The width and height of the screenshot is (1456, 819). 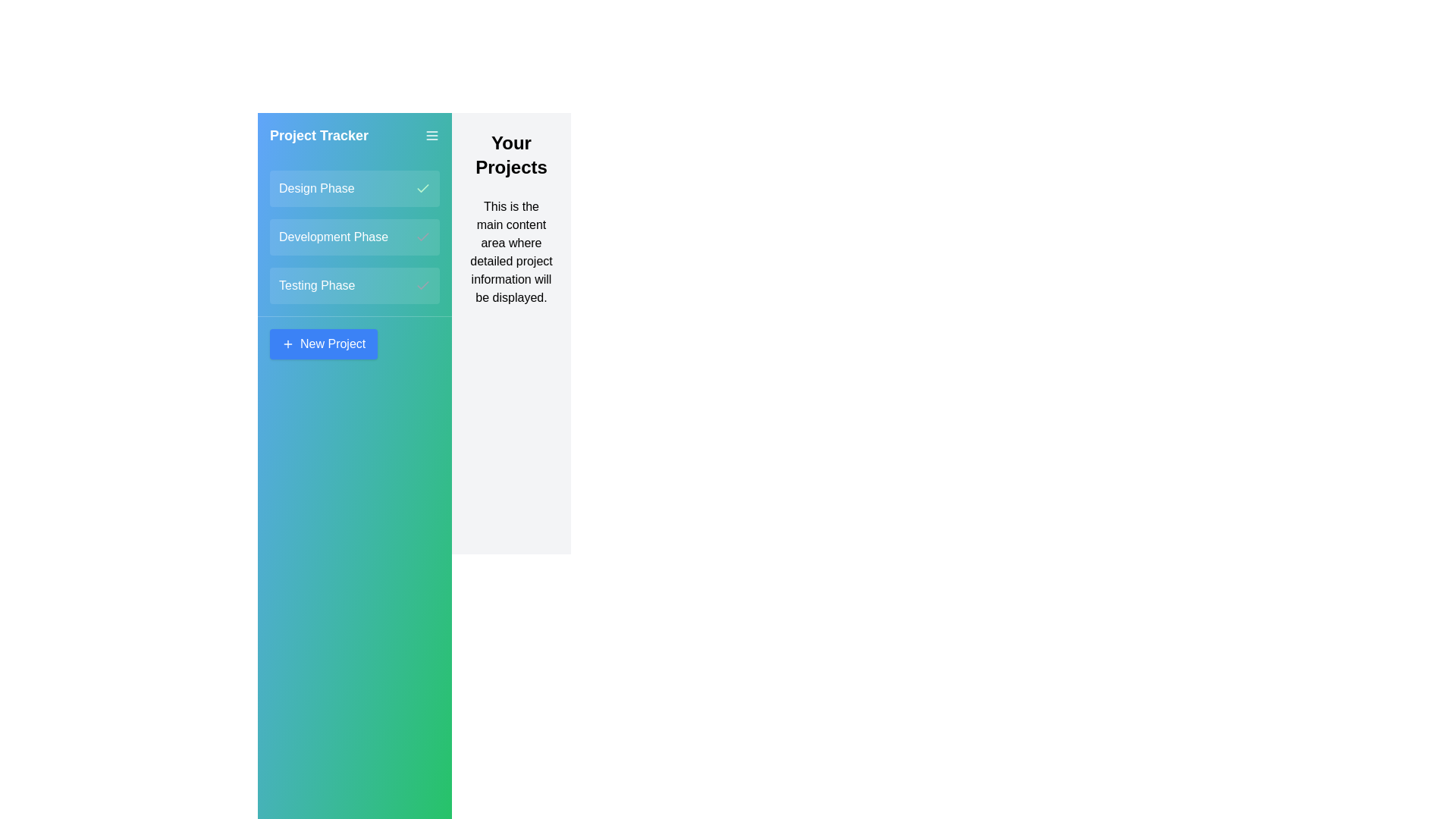 I want to click on the 'New Project' button to initiate adding a new project, so click(x=323, y=344).